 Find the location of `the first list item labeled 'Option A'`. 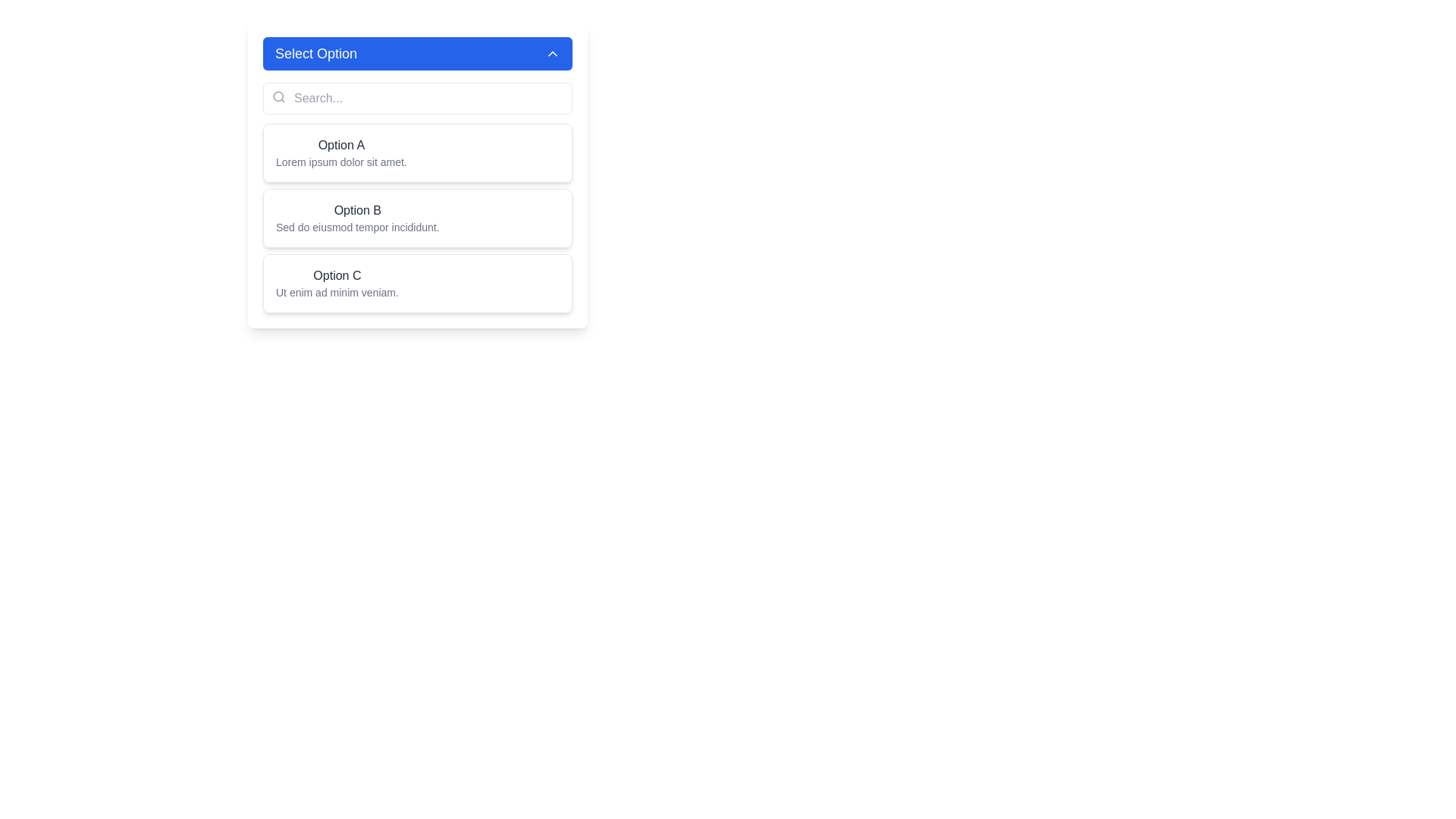

the first list item labeled 'Option A' is located at coordinates (340, 152).